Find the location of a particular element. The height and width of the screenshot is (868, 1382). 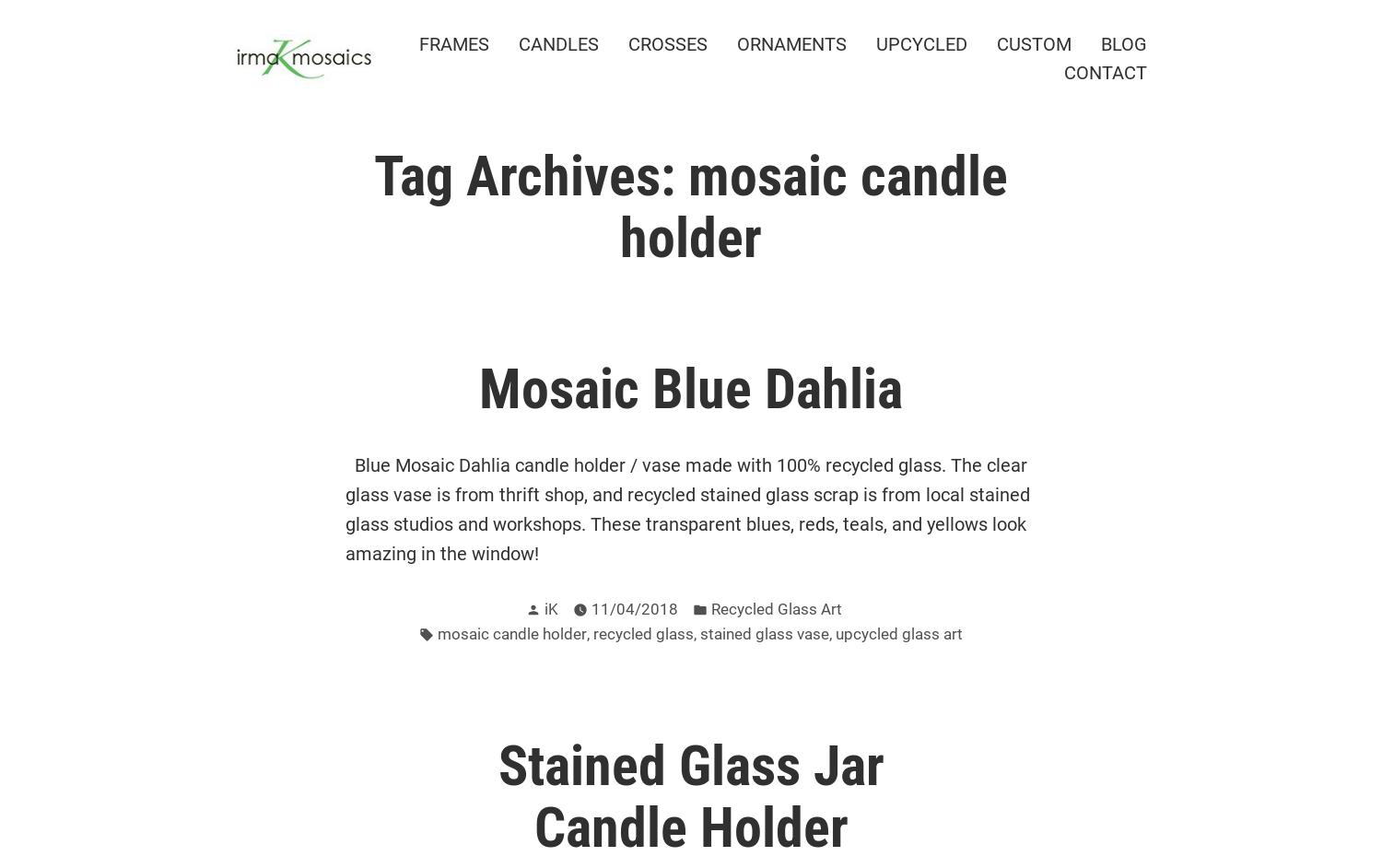

'BLOG' is located at coordinates (1122, 43).